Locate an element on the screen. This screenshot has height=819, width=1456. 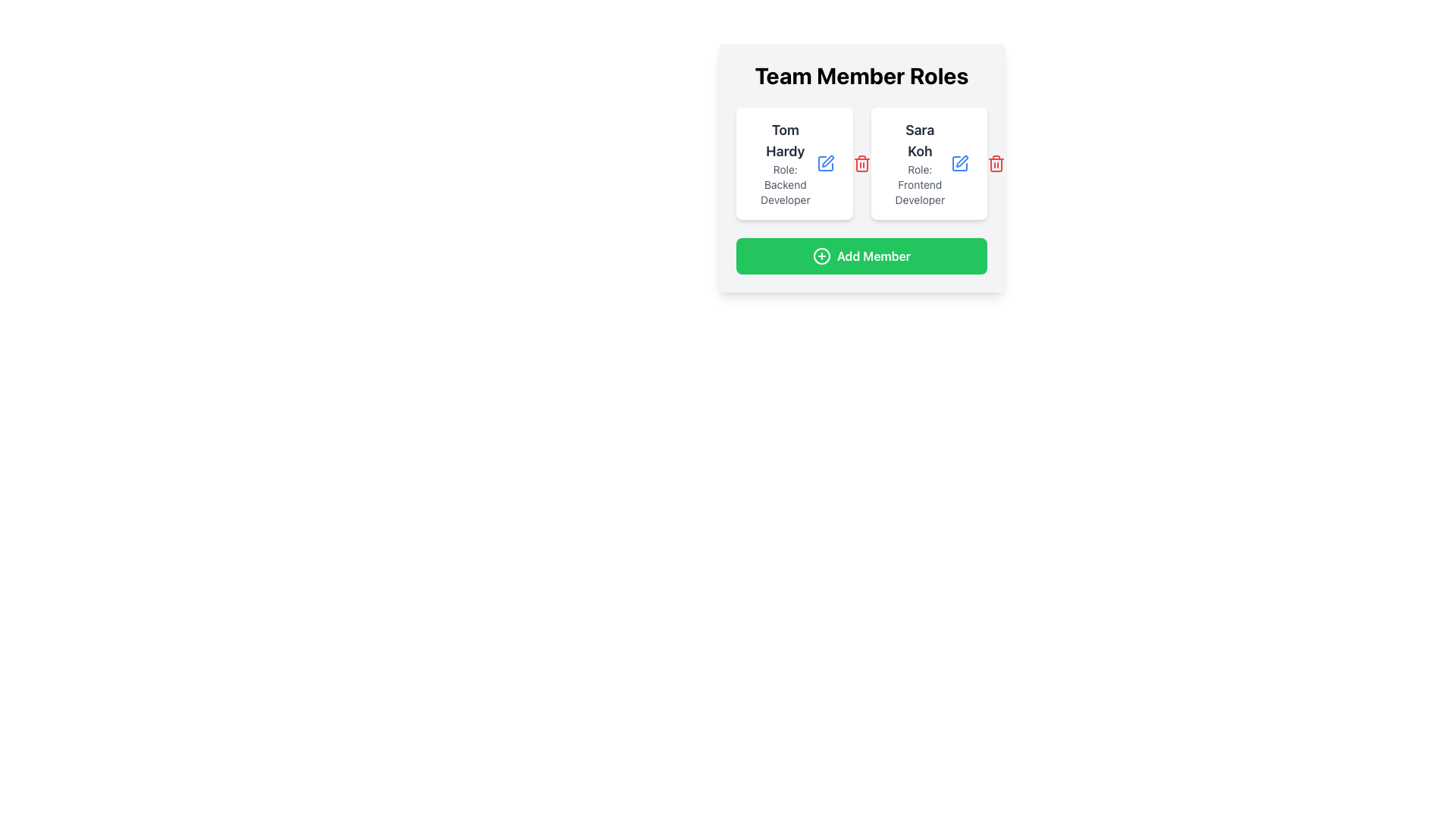
text label that describes the job or function of the team member, located beneath the name 'Sara Koh' within the card-like layout is located at coordinates (919, 184).